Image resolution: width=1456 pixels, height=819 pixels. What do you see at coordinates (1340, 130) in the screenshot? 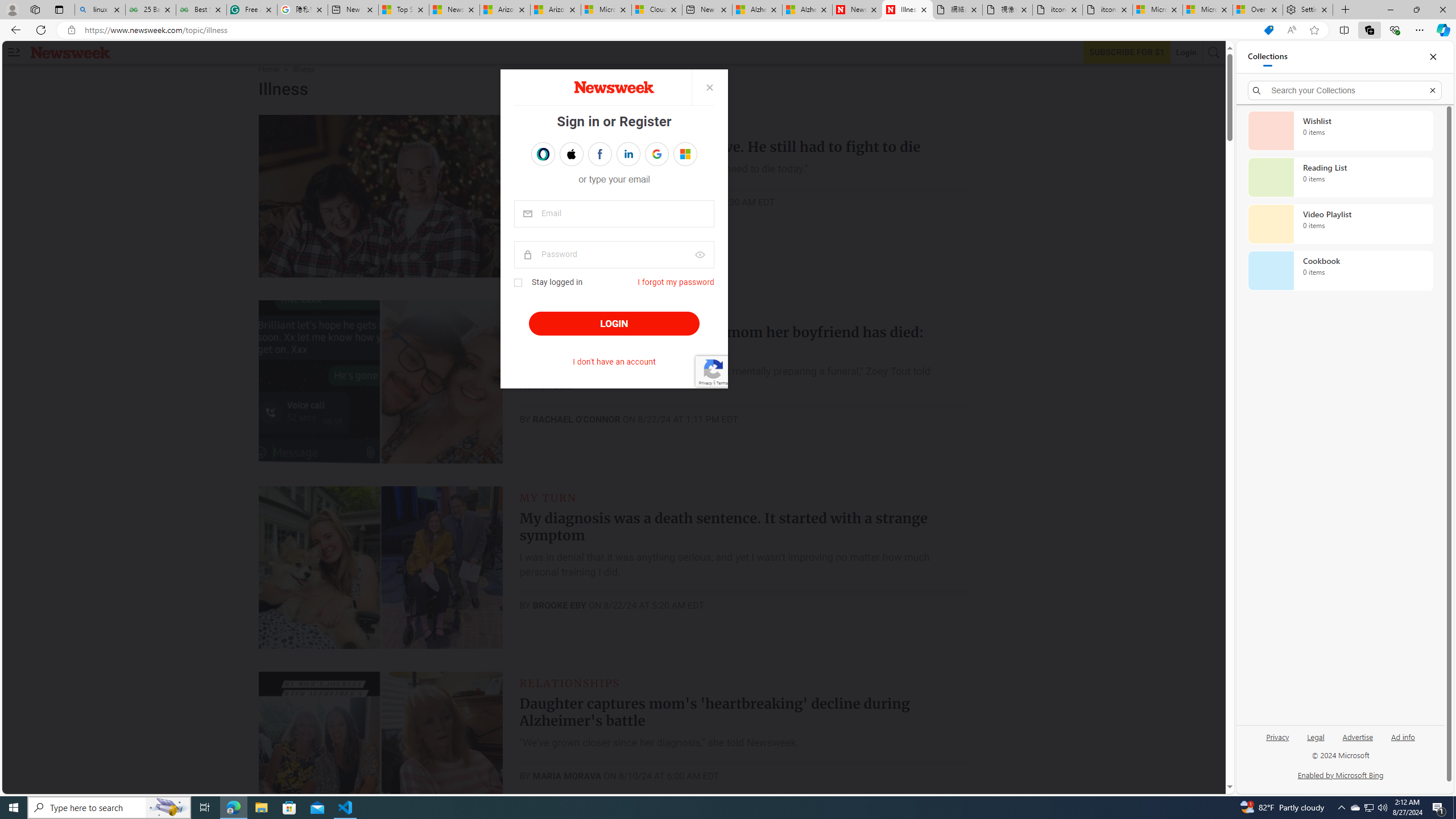
I see `'Wishlist collection, 0 items'` at bounding box center [1340, 130].